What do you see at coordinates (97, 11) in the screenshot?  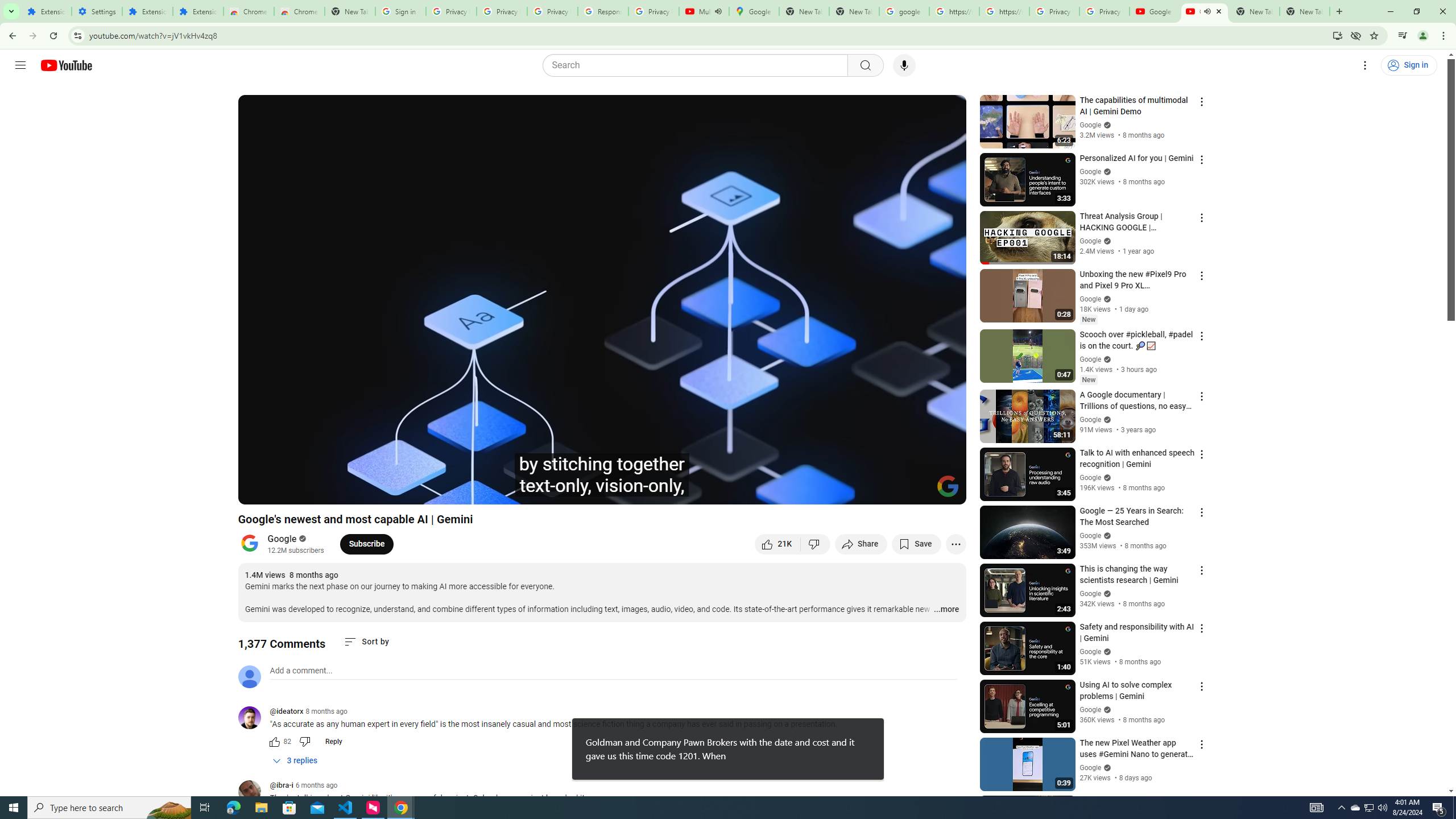 I see `'Settings'` at bounding box center [97, 11].